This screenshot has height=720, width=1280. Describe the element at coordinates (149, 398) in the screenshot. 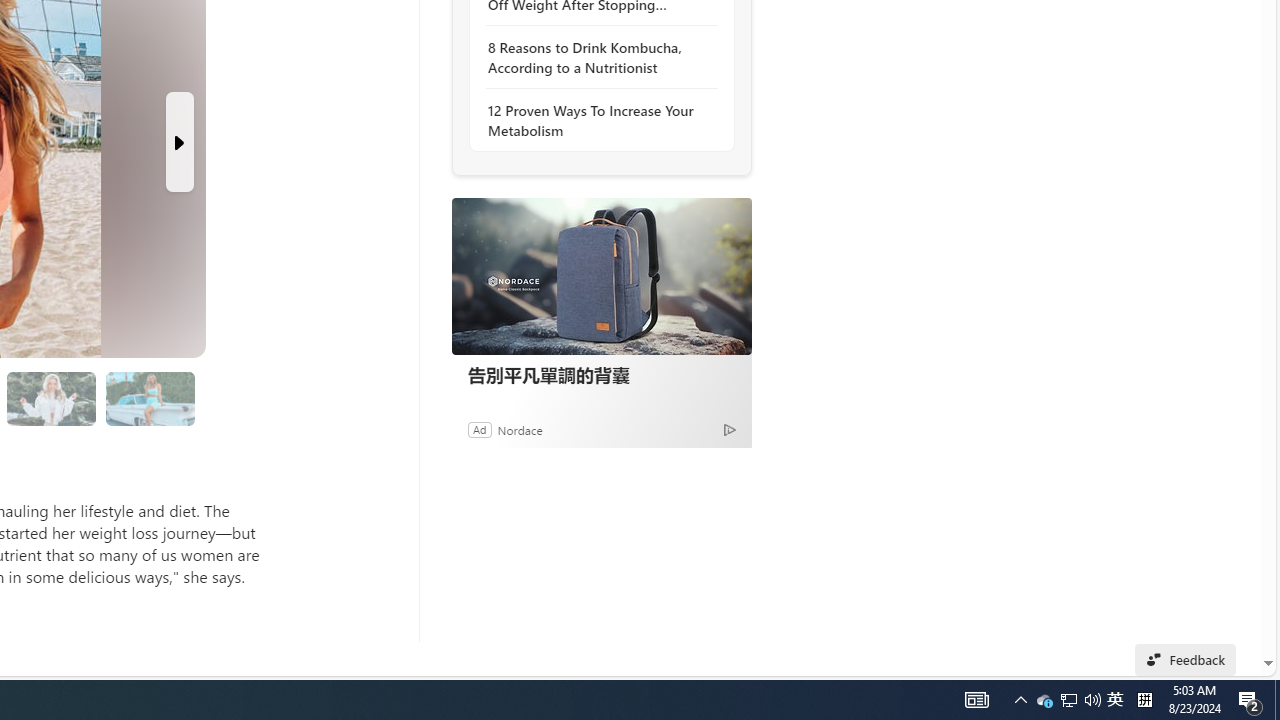

I see `'8 I Stopped Comparing Myself to Others'` at that location.